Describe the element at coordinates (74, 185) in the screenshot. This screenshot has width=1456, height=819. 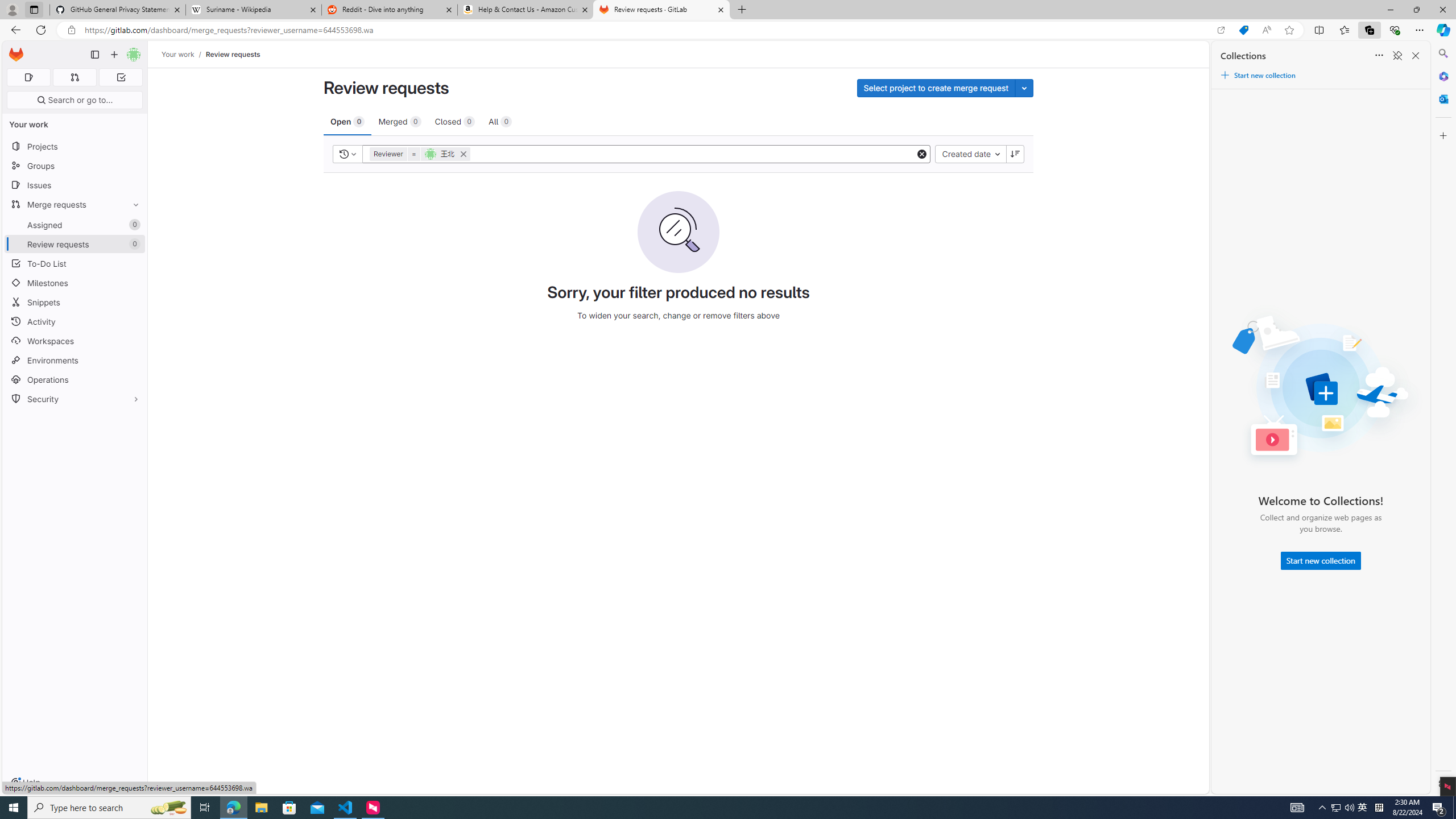
I see `'Issues'` at that location.